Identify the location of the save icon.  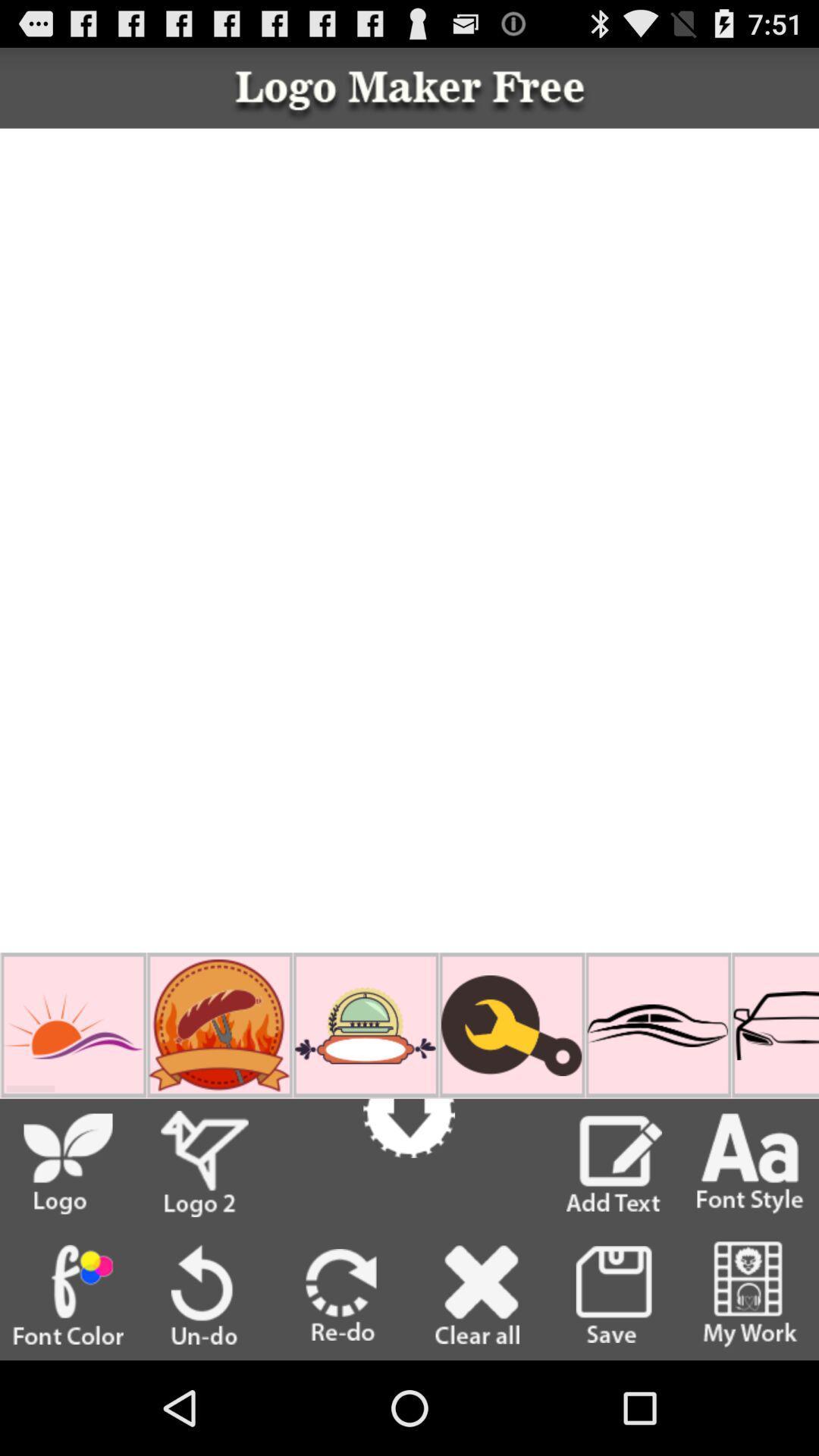
(613, 1385).